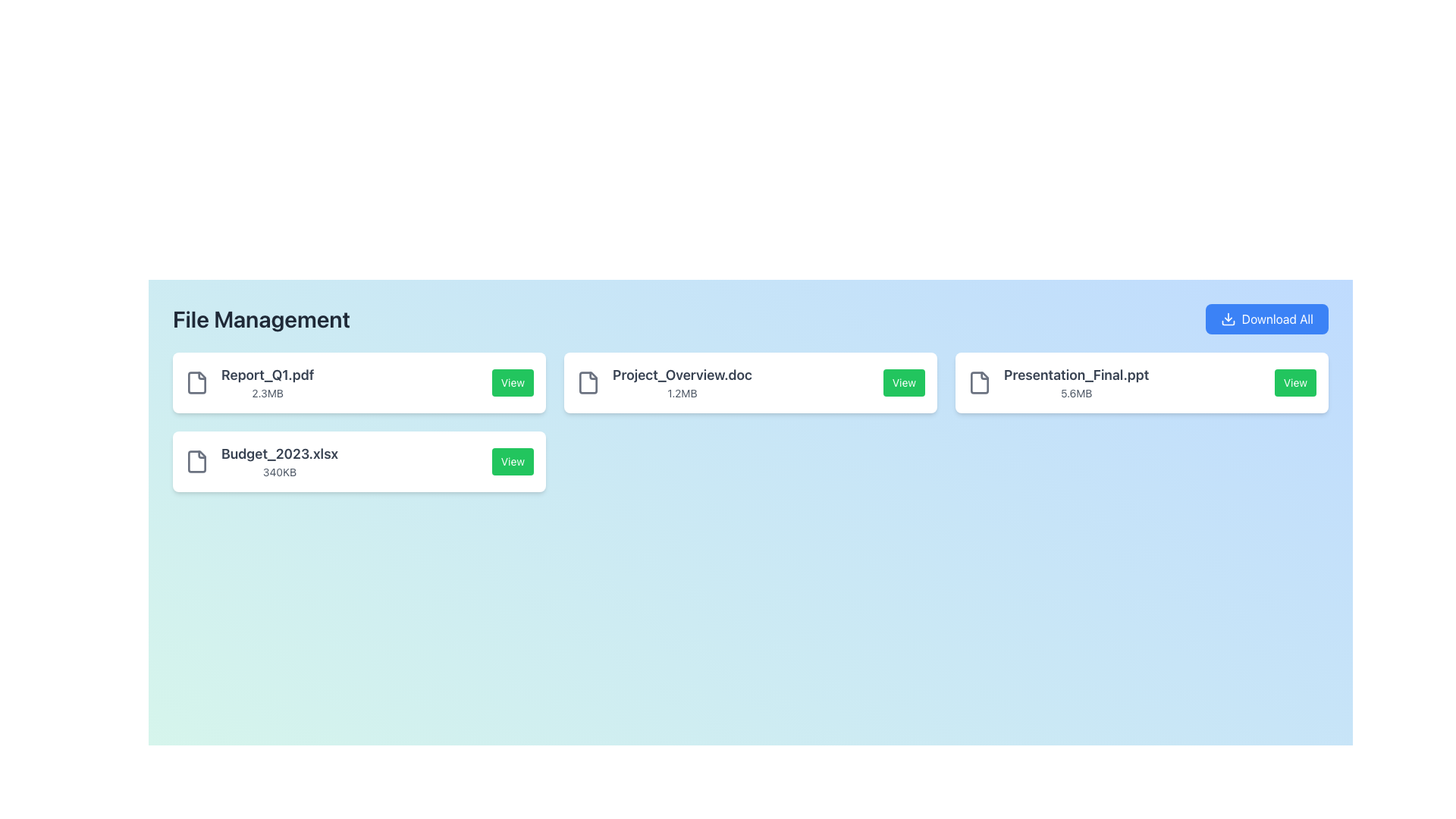 The width and height of the screenshot is (1456, 819). I want to click on the text label displaying the file size '5.6MB', which is located beneath the file name 'Presentation_Final.ppt' in the fourth file block of the File Management interface, so click(1075, 393).